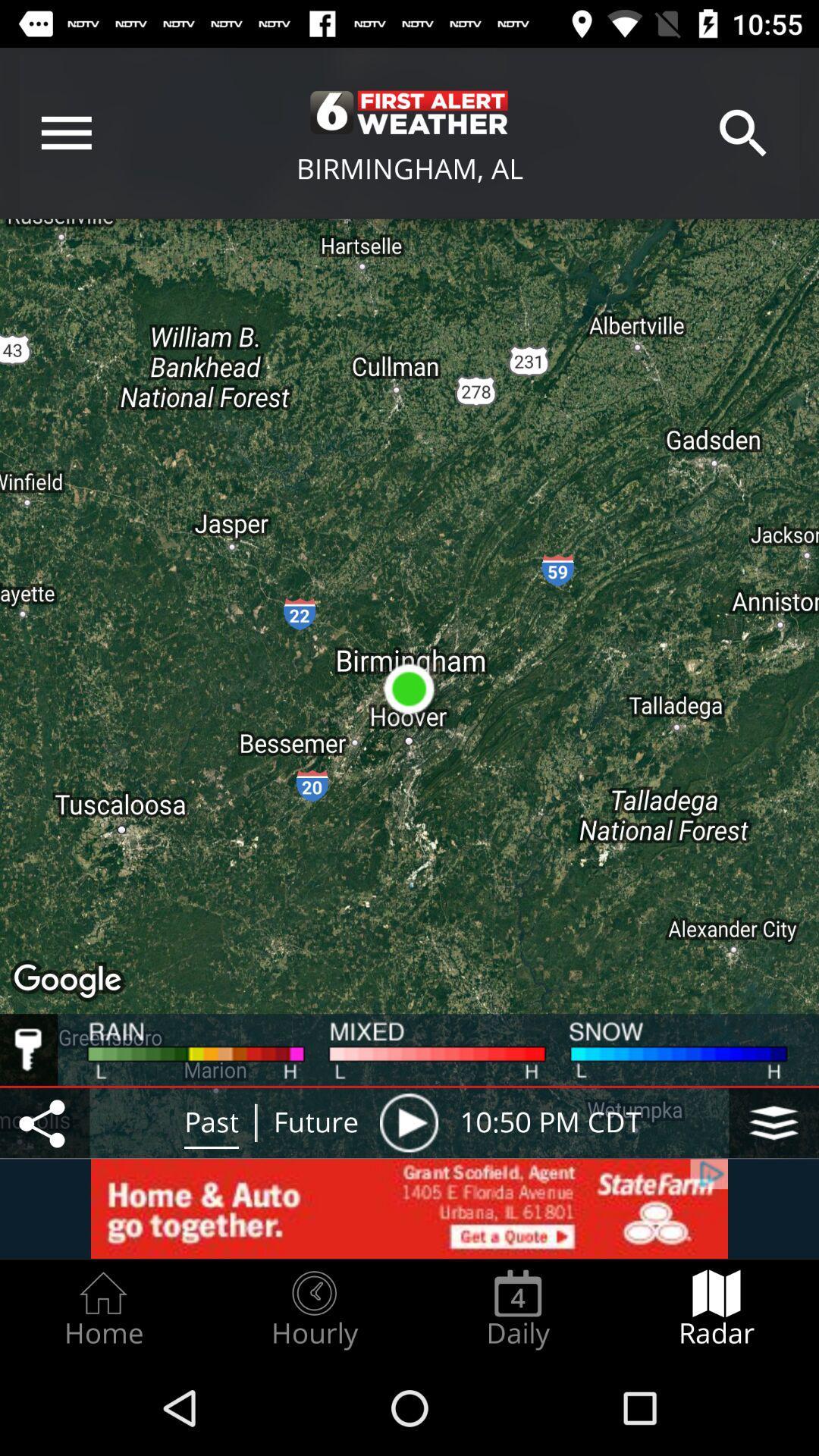 This screenshot has height=1456, width=819. I want to click on item next to the daily icon, so click(313, 1309).